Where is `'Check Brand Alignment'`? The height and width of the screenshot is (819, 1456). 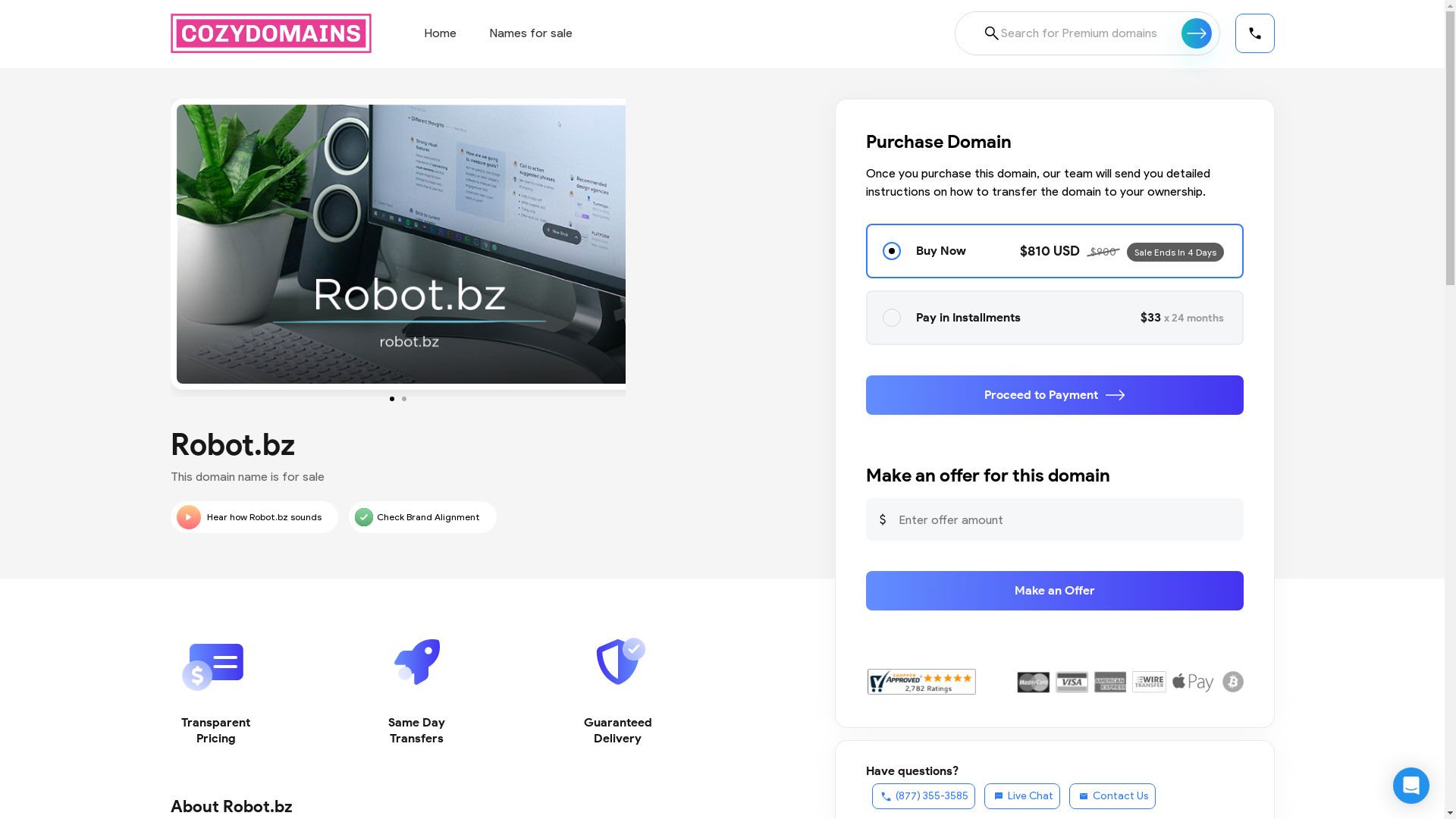
'Check Brand Alignment' is located at coordinates (422, 516).